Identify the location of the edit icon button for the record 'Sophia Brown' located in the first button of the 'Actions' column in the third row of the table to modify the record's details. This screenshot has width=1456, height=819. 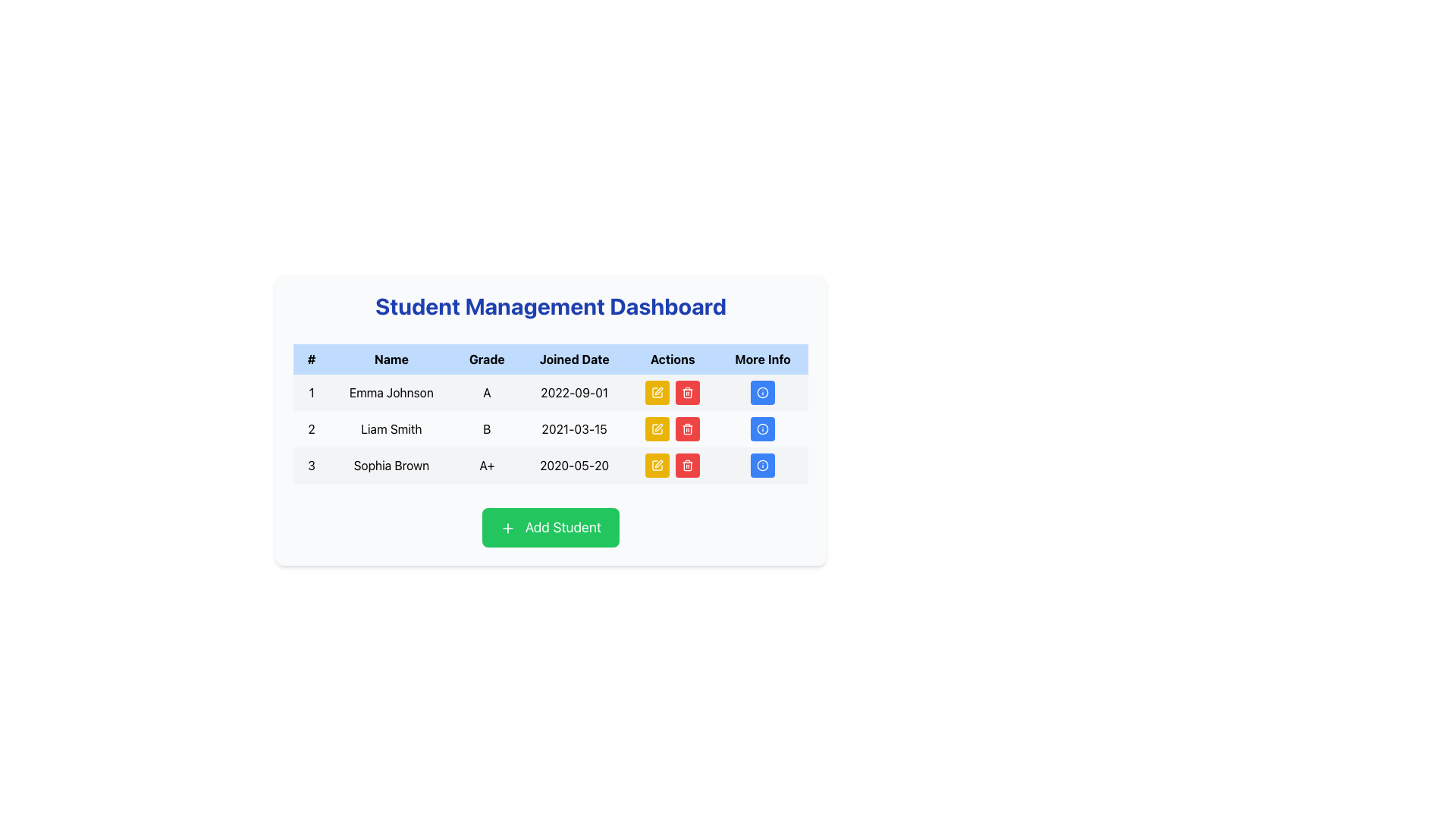
(657, 464).